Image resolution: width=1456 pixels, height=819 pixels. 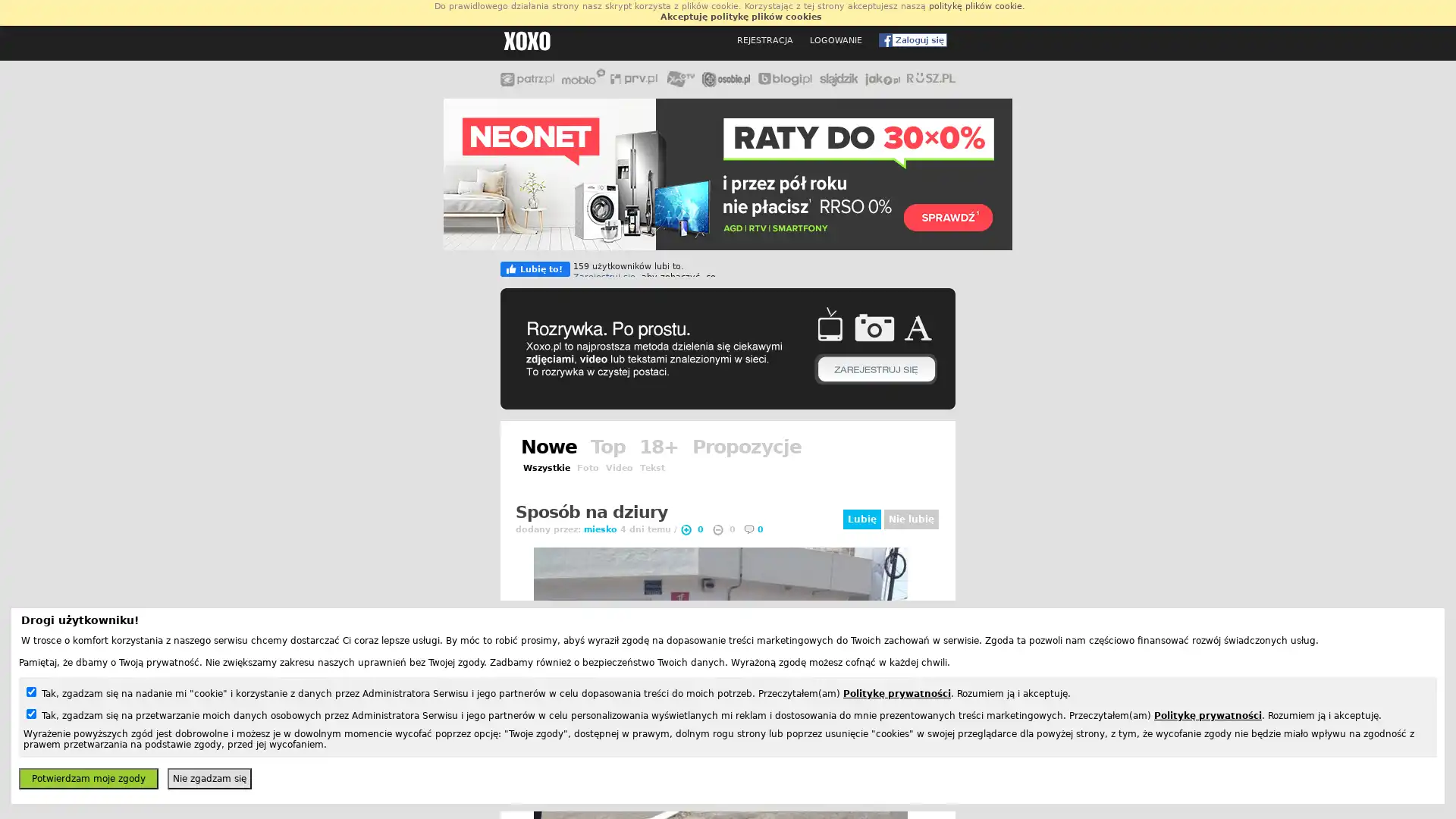 I want to click on Nie zgadzam sie, so click(x=209, y=778).